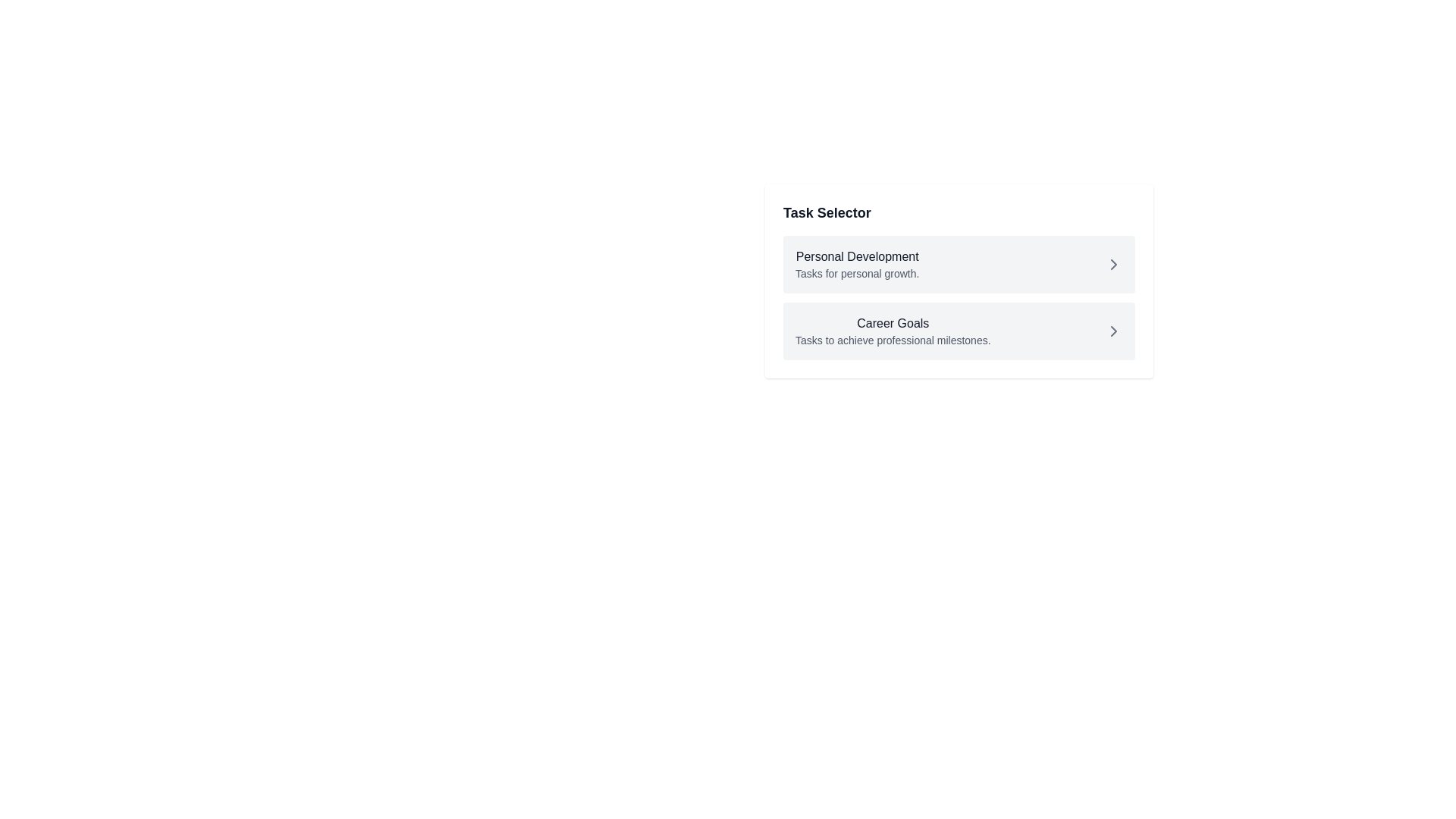 Image resolution: width=1456 pixels, height=819 pixels. I want to click on descriptive text element located directly below the 'Career Goals' title, which provides context about the topic, so click(893, 339).